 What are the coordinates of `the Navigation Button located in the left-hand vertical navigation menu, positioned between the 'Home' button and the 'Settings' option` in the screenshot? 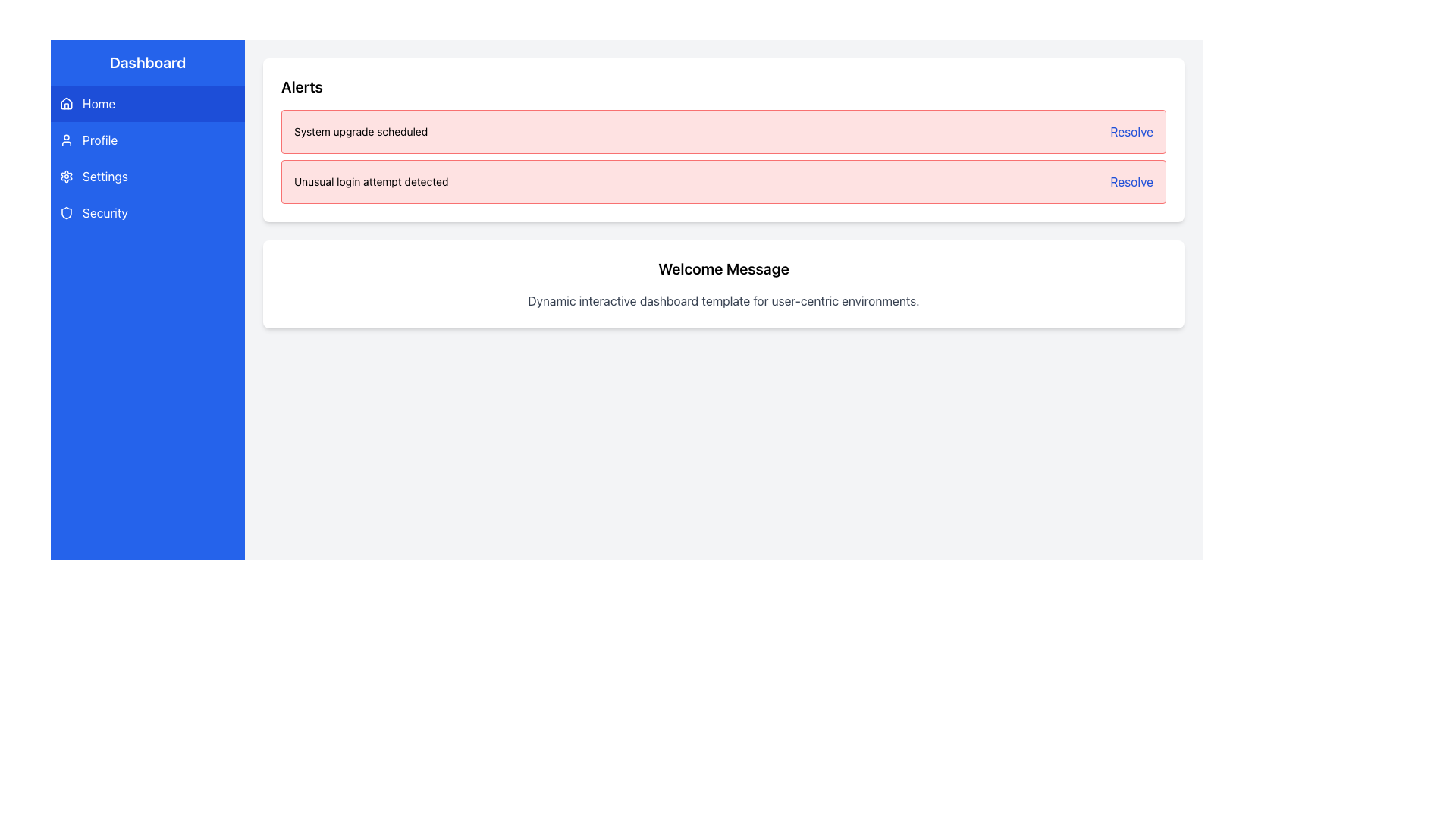 It's located at (148, 140).